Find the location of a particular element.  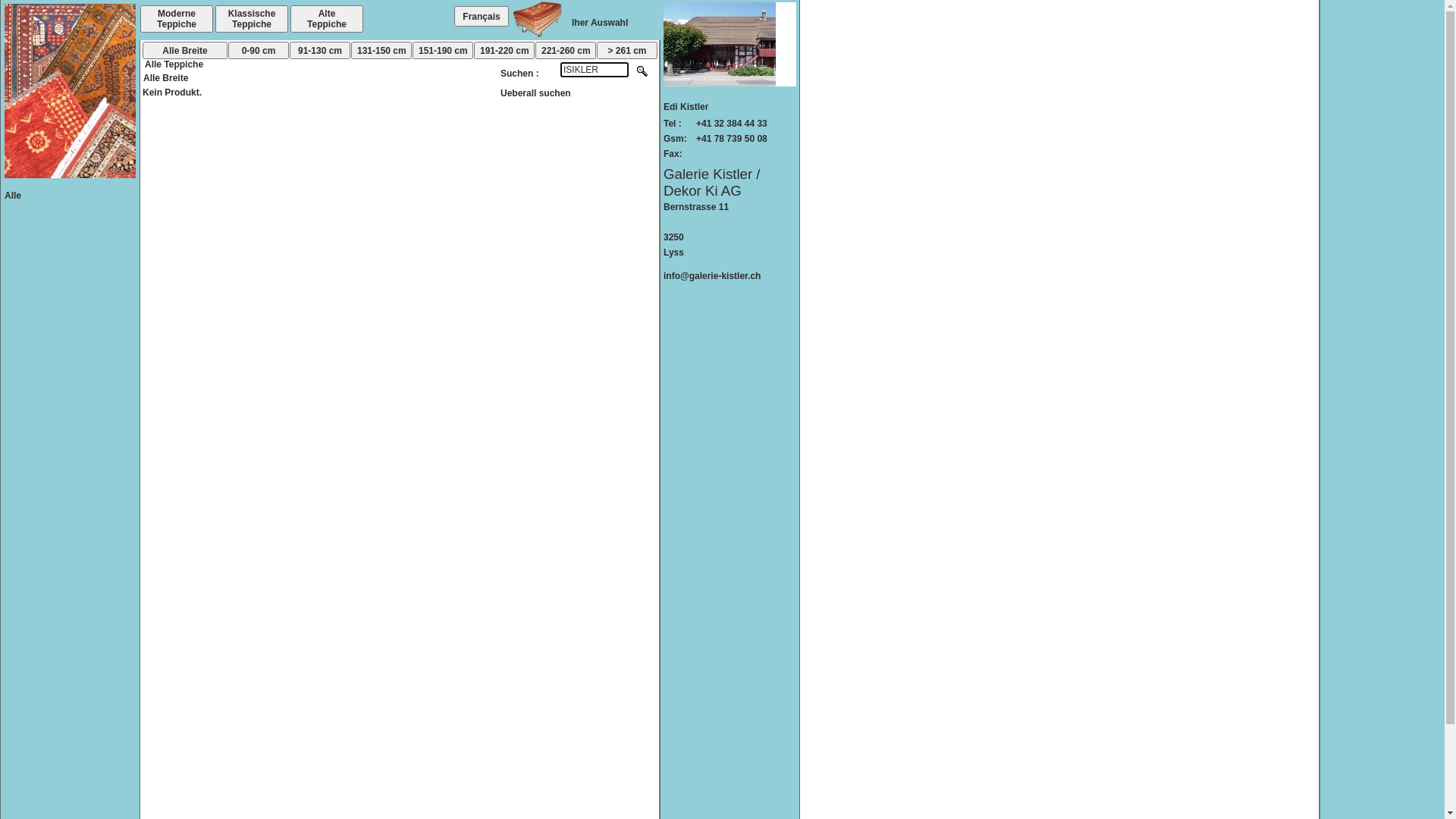

'> 261 cm' is located at coordinates (596, 49).